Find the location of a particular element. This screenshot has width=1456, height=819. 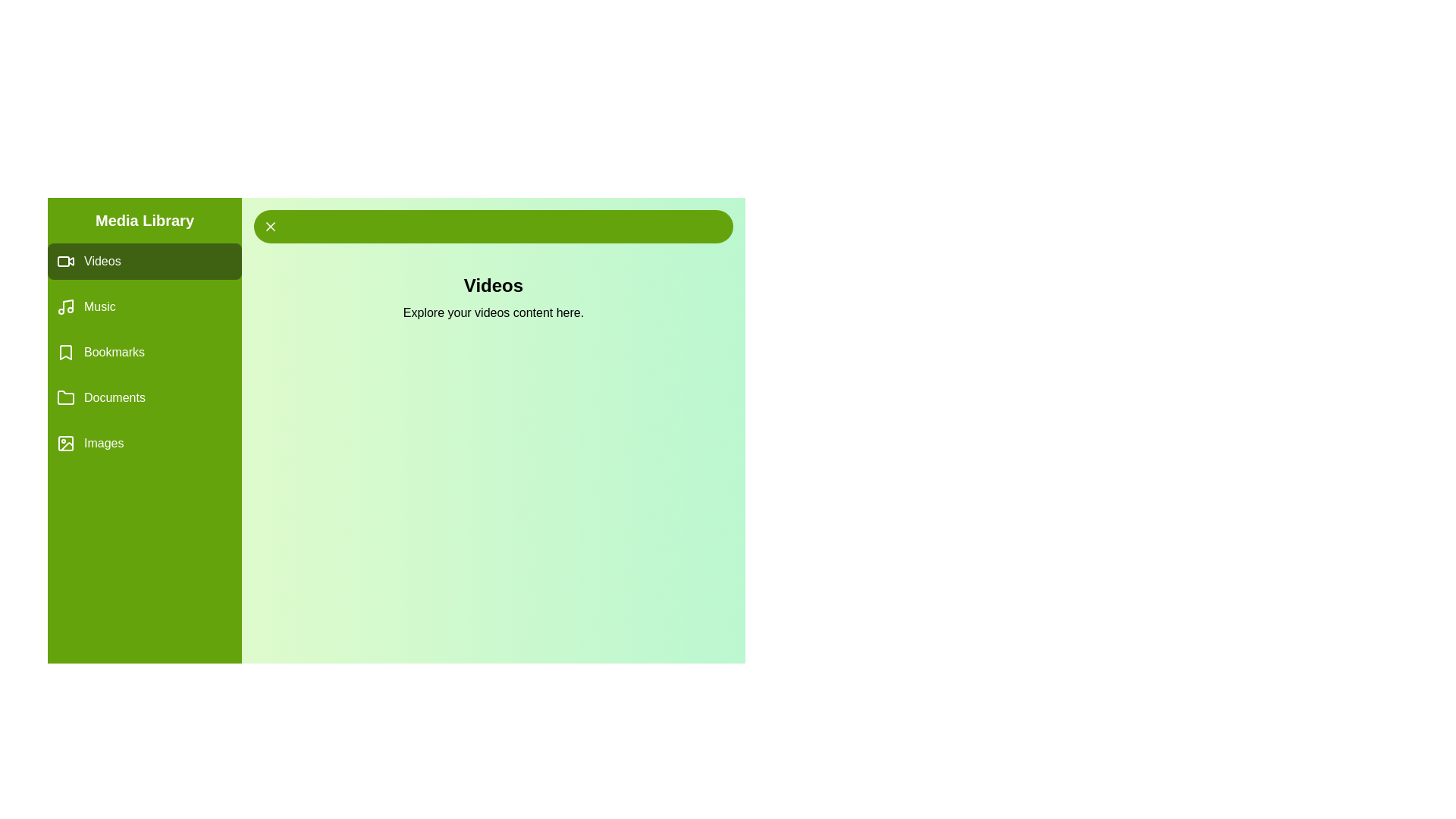

the Music tab by clicking on its label in the drawer is located at coordinates (145, 307).